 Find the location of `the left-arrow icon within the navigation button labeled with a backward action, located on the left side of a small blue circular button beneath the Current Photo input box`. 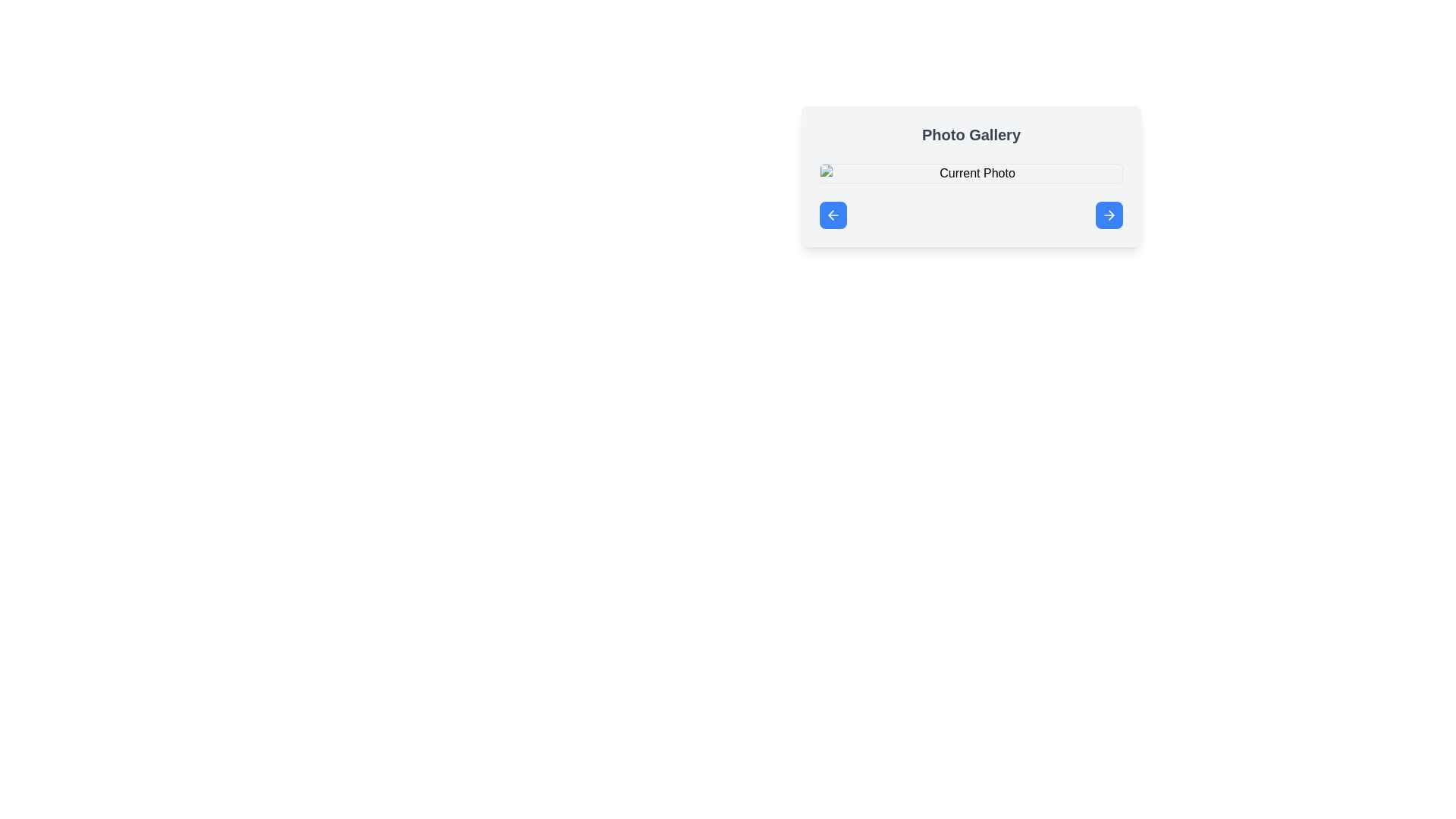

the left-arrow icon within the navigation button labeled with a backward action, located on the left side of a small blue circular button beneath the Current Photo input box is located at coordinates (830, 215).